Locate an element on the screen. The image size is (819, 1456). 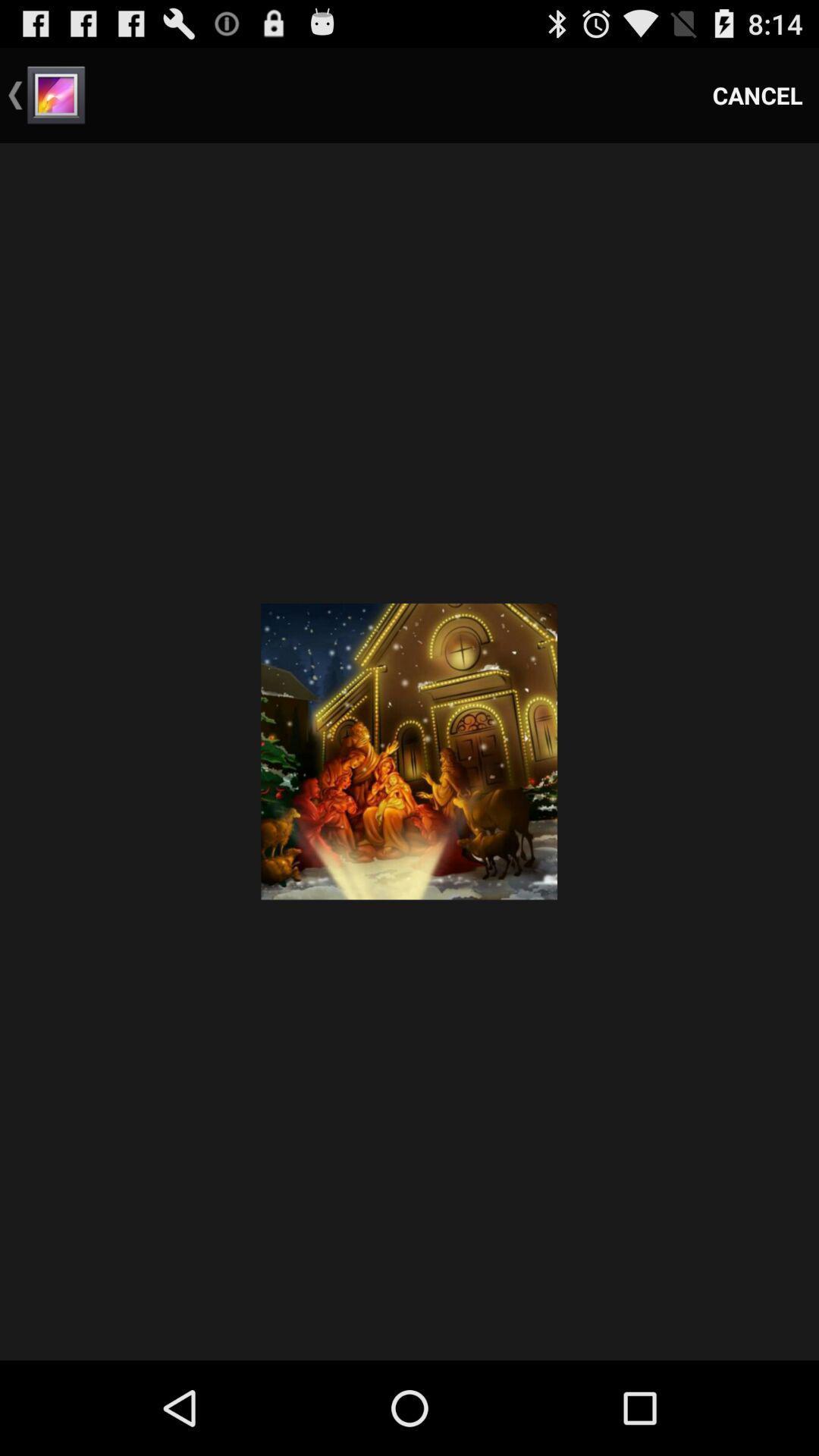
the icon at the top right corner is located at coordinates (758, 94).